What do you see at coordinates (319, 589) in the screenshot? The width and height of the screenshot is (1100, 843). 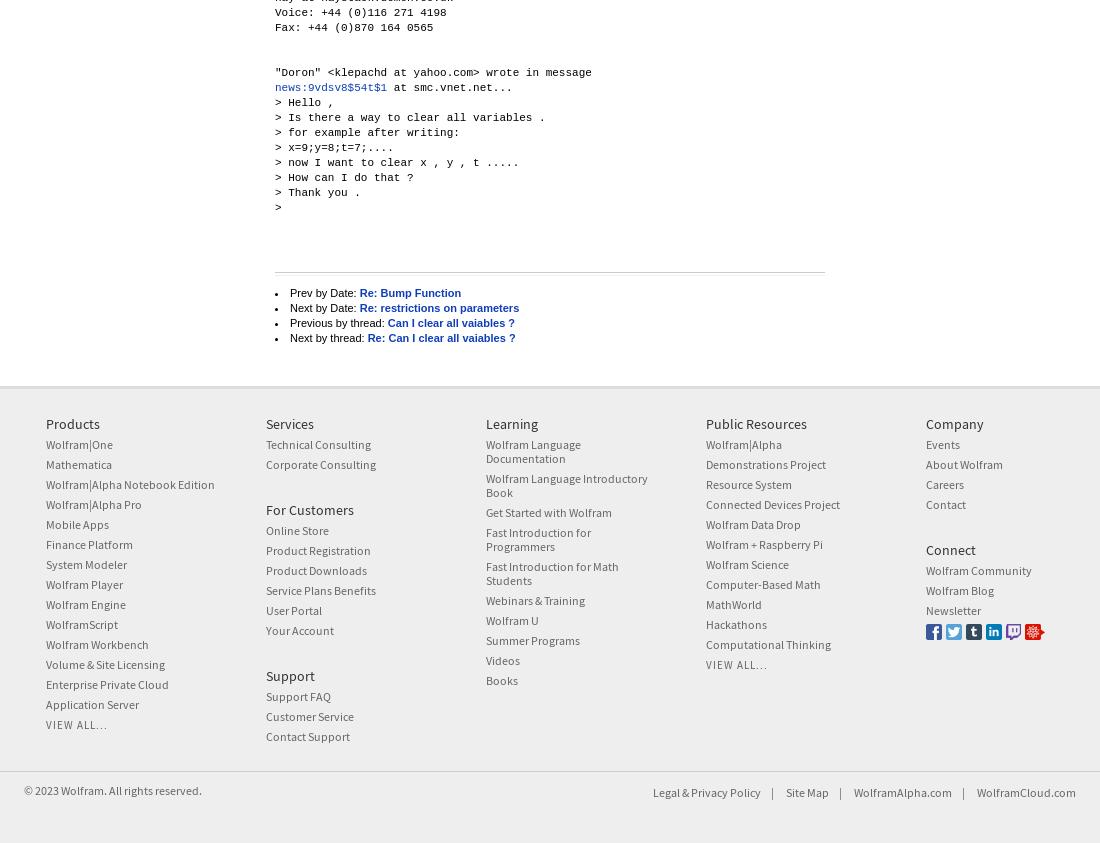 I see `'Service Plans Benefits'` at bounding box center [319, 589].